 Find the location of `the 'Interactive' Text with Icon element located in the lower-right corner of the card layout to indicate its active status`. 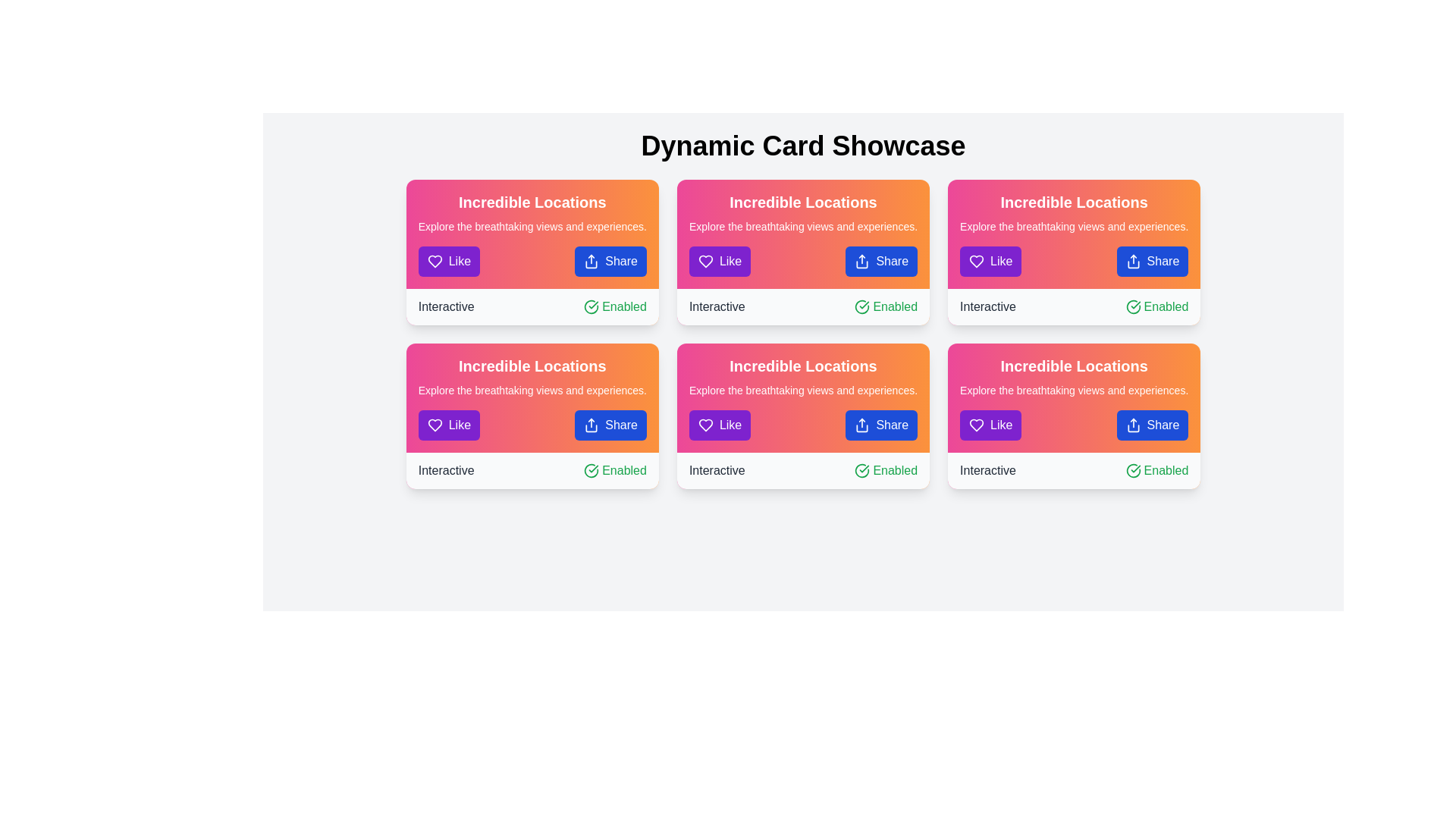

the 'Interactive' Text with Icon element located in the lower-right corner of the card layout to indicate its active status is located at coordinates (615, 307).